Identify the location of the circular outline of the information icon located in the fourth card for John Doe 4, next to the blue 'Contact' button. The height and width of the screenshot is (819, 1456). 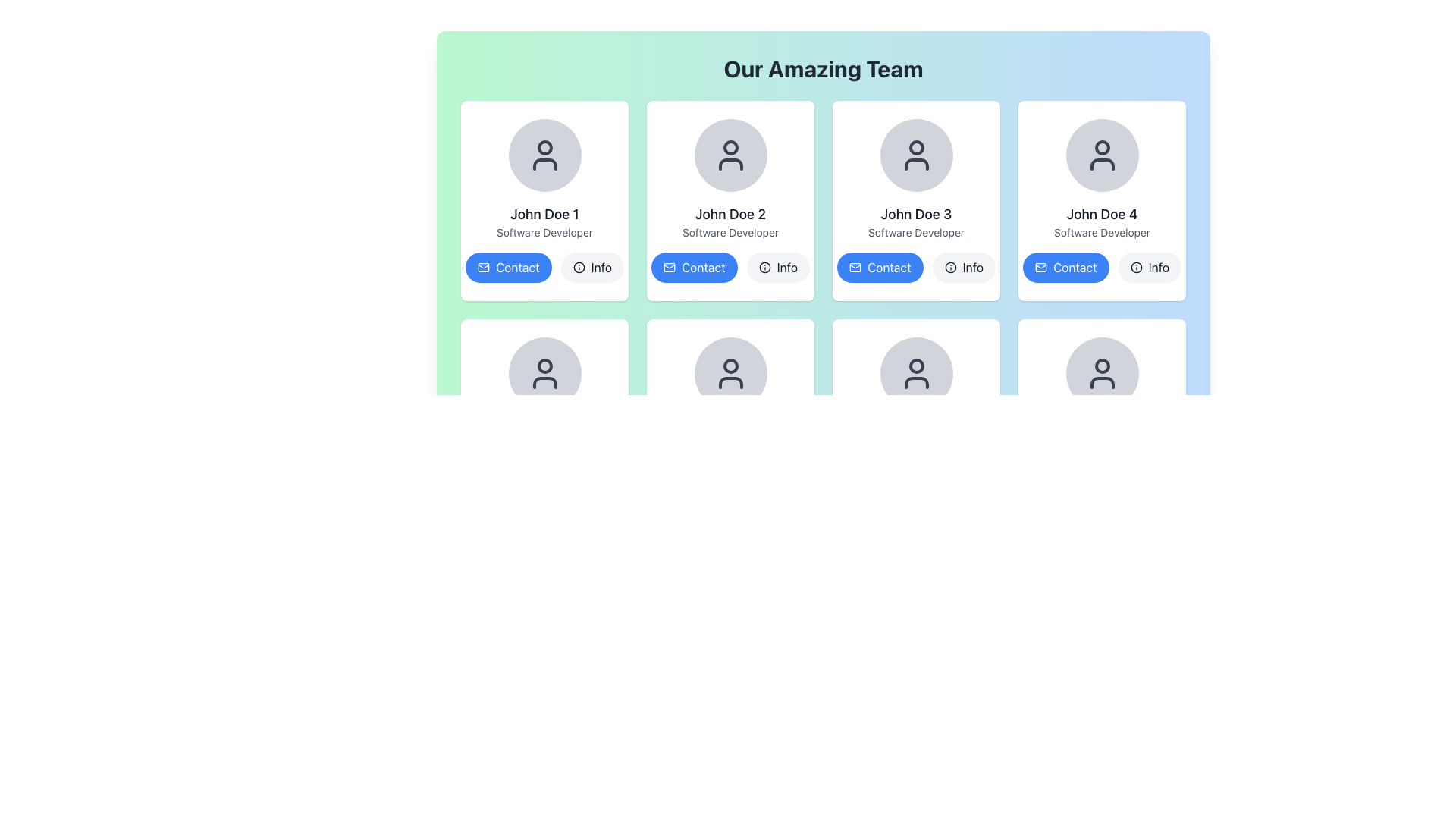
(1136, 267).